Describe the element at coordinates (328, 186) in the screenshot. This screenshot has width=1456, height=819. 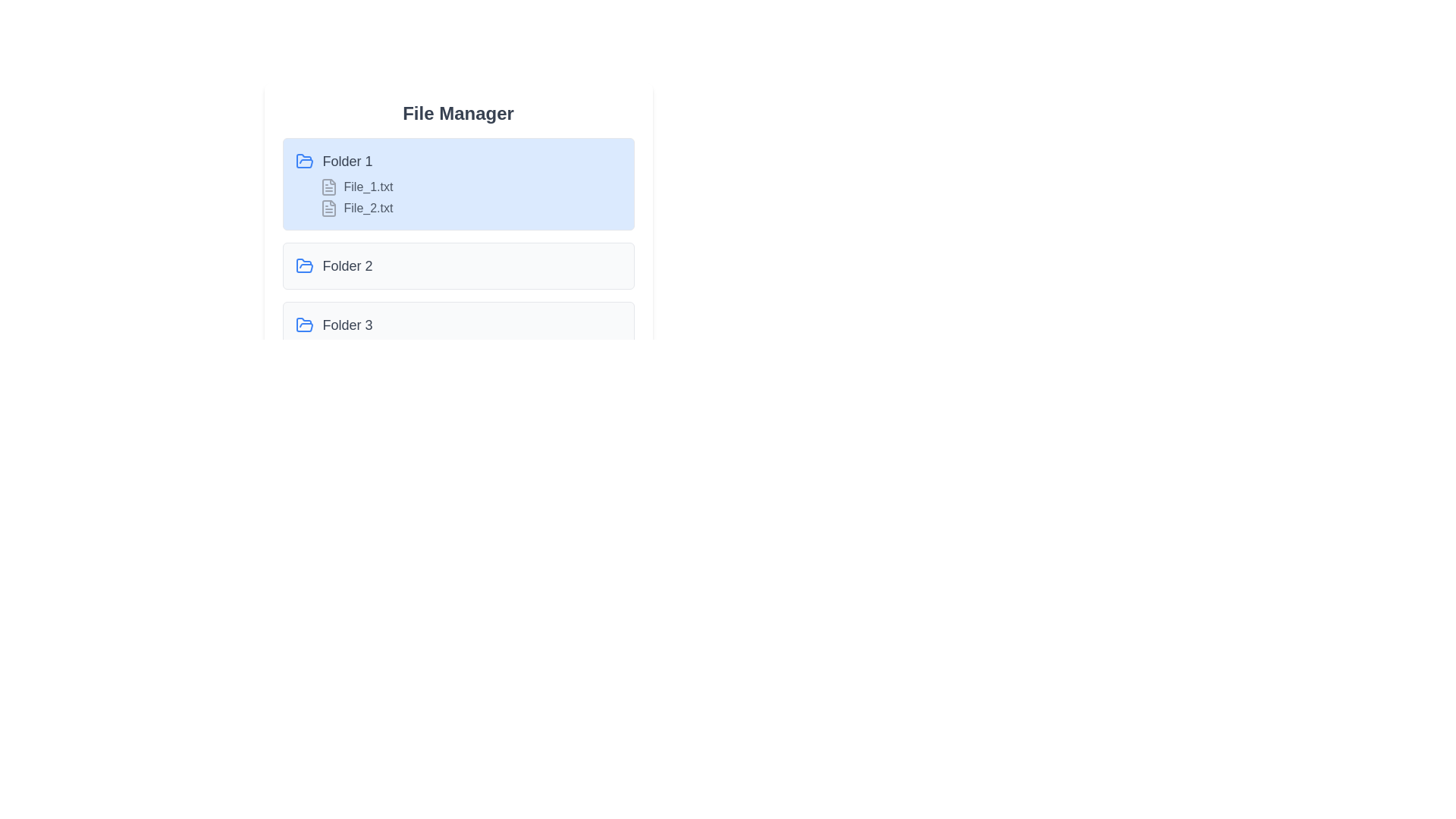
I see `the document file icon, which is light gray with a folded top right corner and located to the left of the label 'File_1.txt' in the 'Folder 1' section` at that location.